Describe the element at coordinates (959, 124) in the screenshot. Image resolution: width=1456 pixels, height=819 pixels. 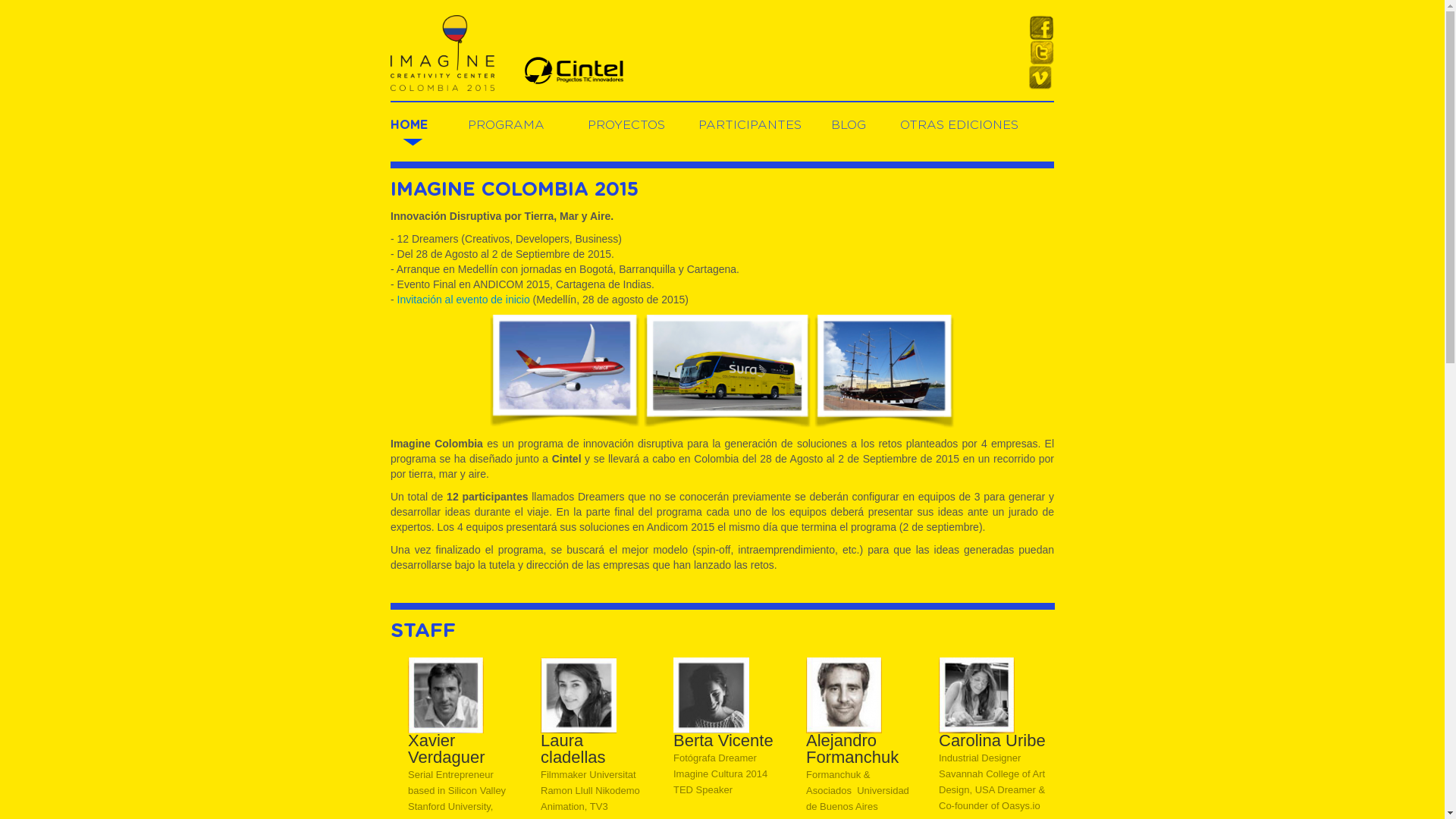
I see `'OTRAS EDICIONES'` at that location.